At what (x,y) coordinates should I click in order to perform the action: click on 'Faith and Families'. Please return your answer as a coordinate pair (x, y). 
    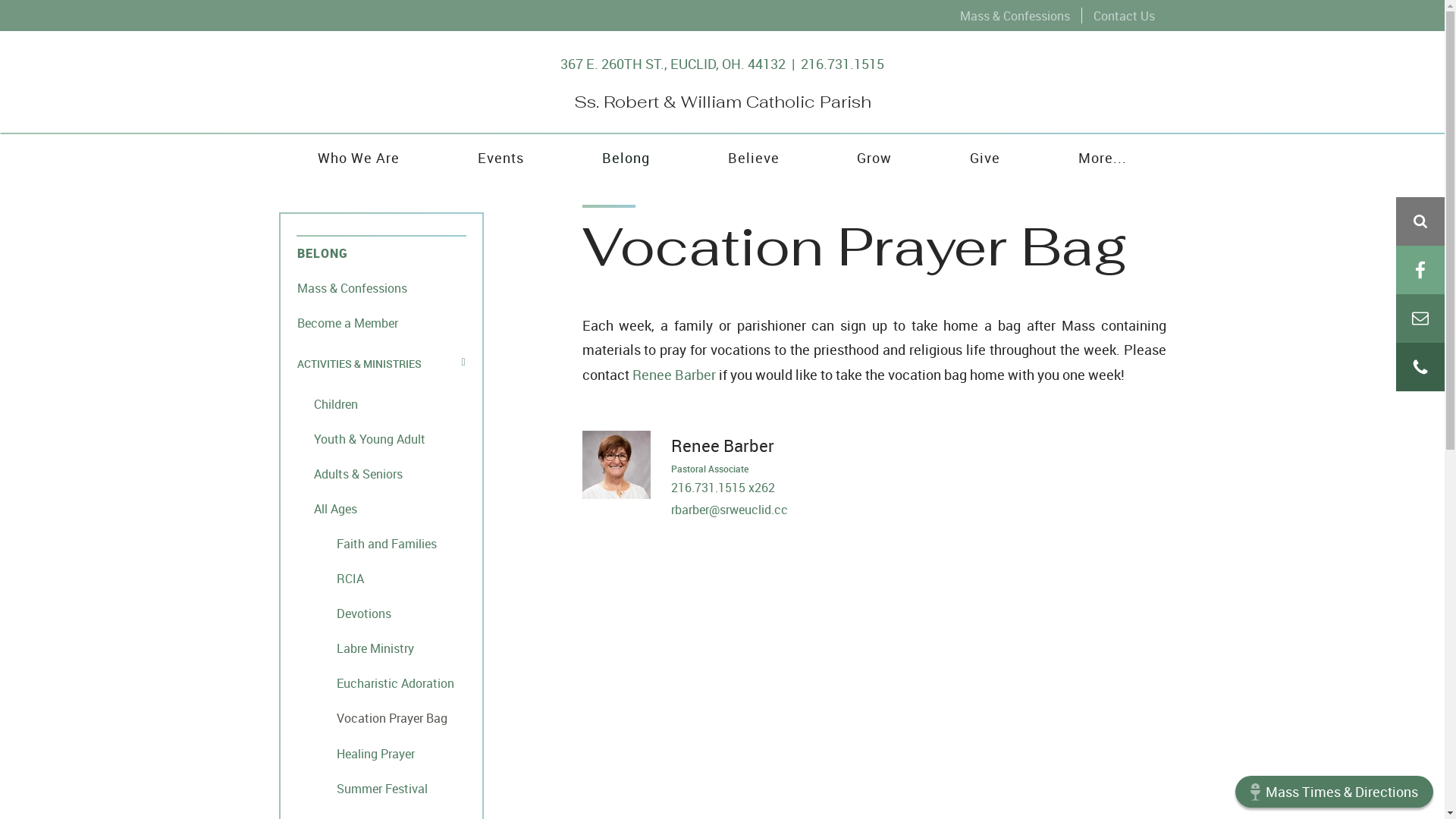
    Looking at the image, I should click on (381, 542).